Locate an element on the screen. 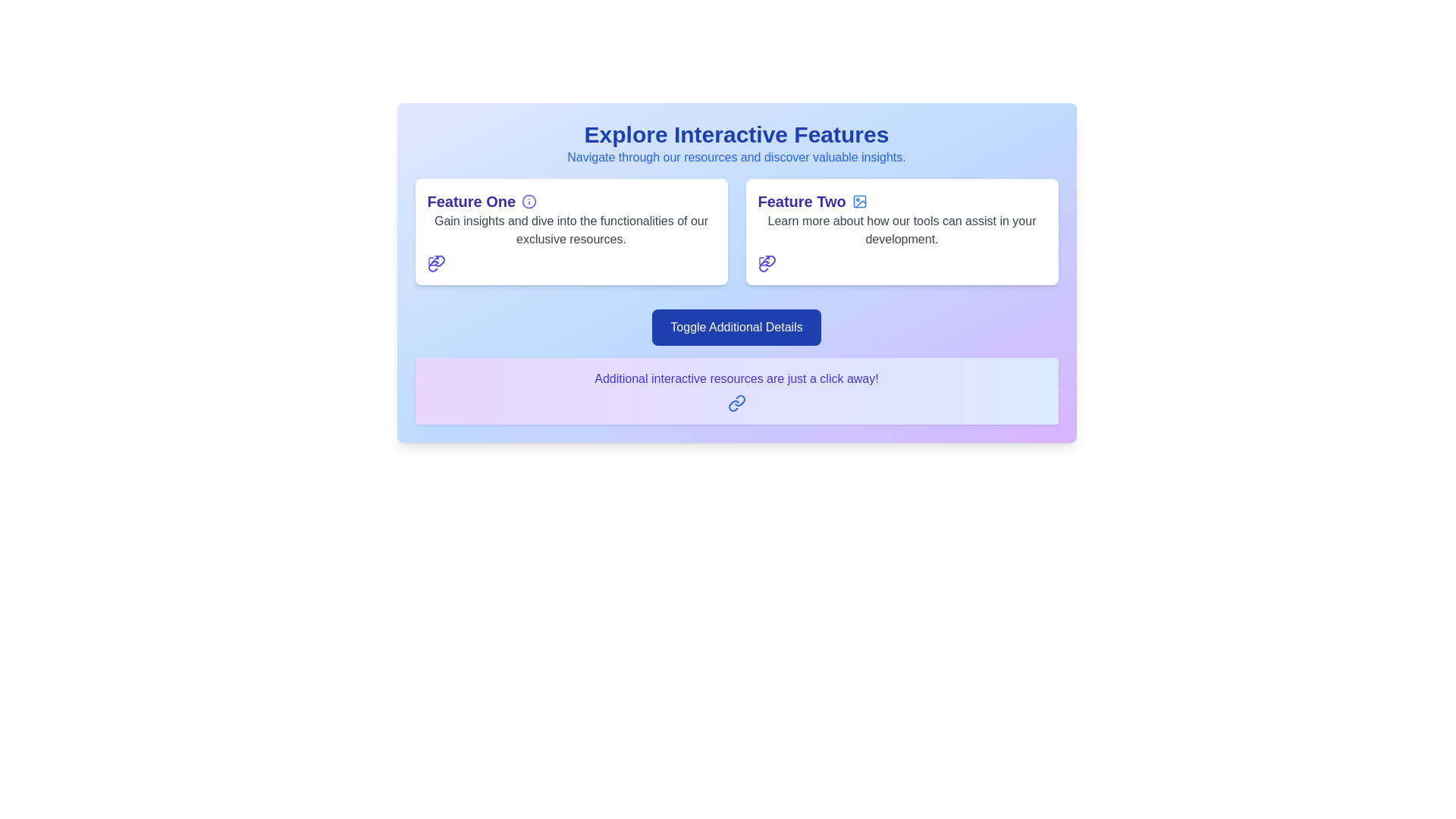 The height and width of the screenshot is (819, 1456). the slider position is located at coordinates (459, 309).